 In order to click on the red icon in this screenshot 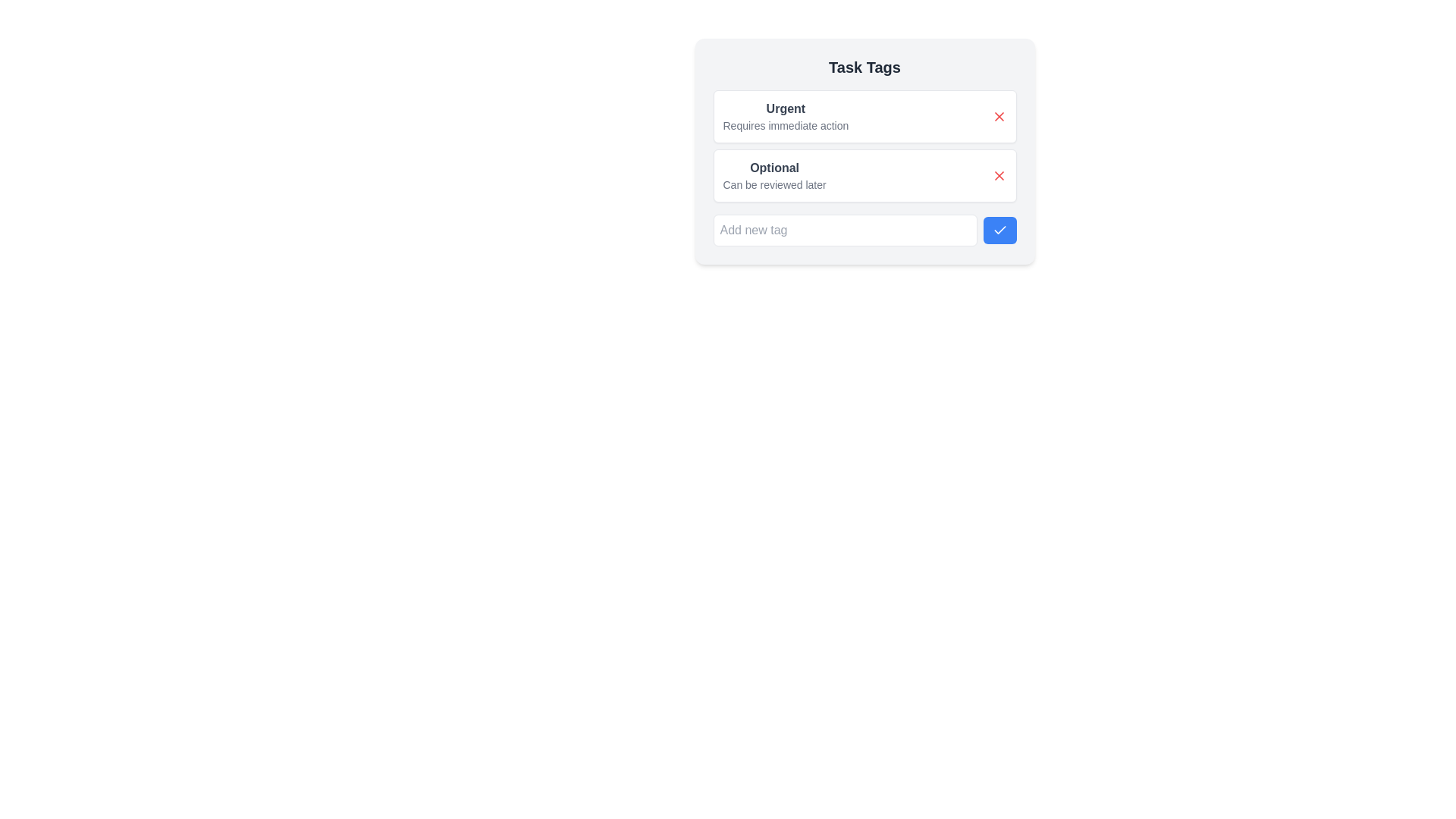, I will do `click(864, 146)`.